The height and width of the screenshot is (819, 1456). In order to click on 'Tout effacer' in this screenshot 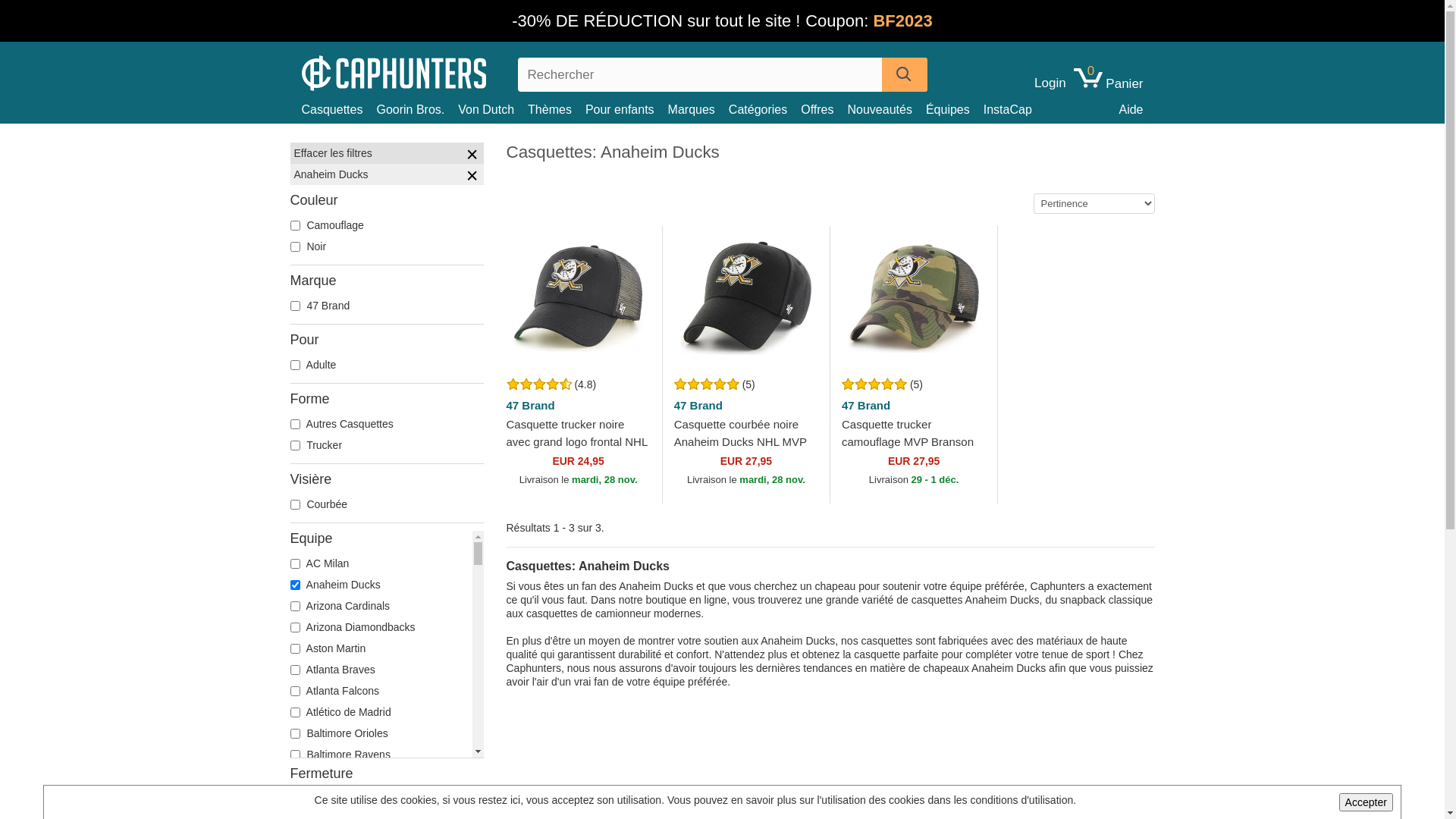, I will do `click(472, 155)`.